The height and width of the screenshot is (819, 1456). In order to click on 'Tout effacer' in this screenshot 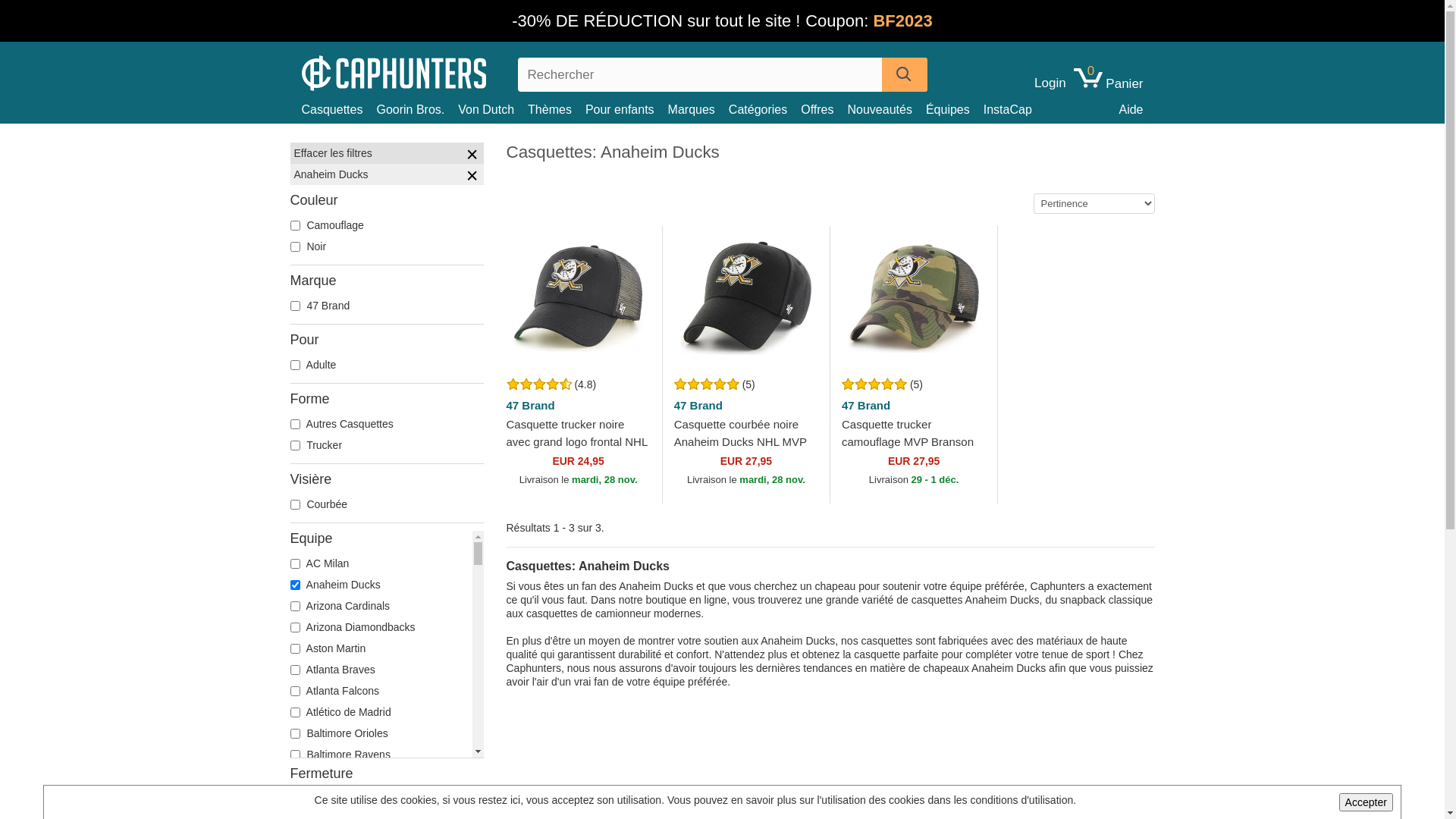, I will do `click(472, 155)`.